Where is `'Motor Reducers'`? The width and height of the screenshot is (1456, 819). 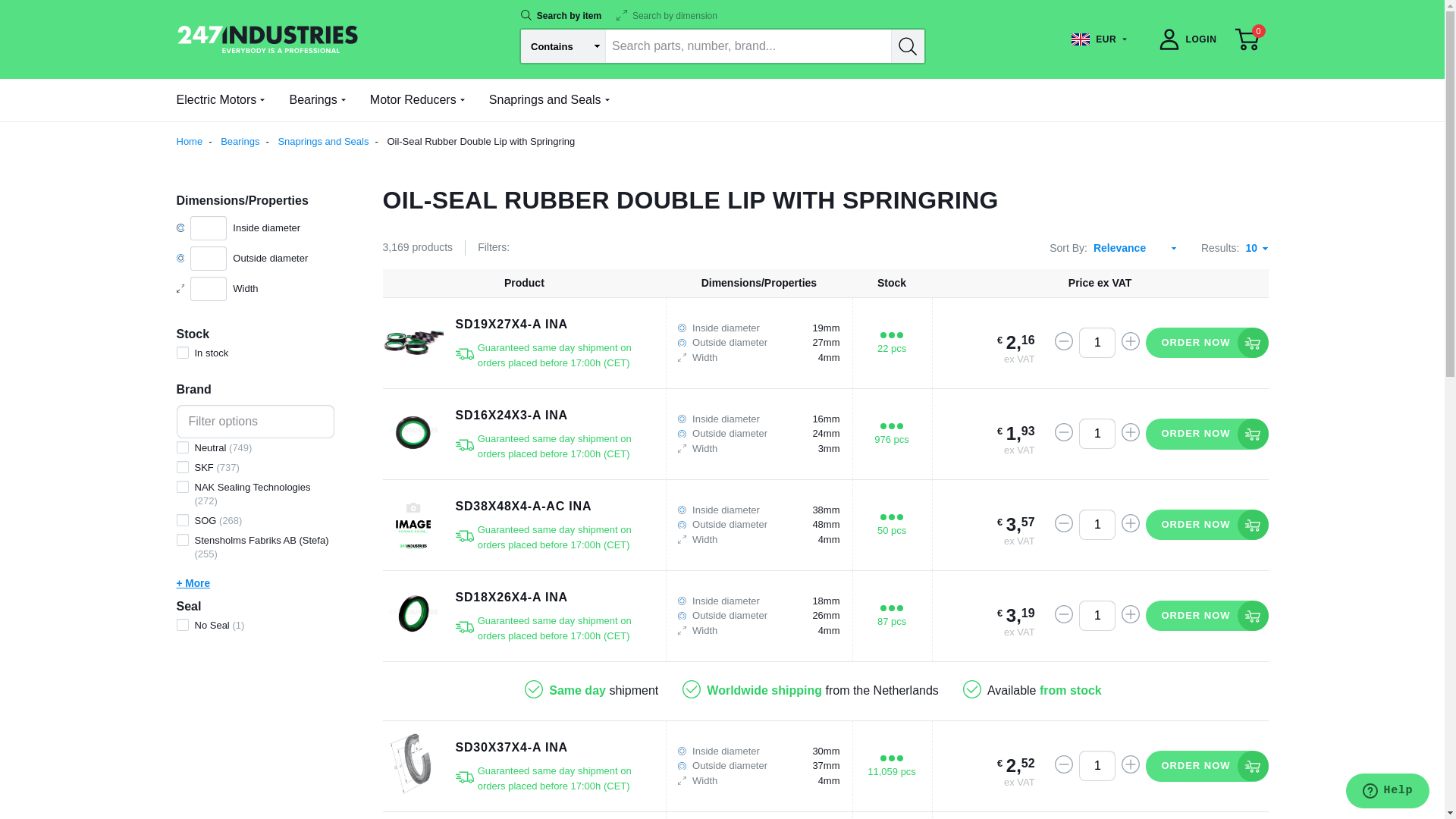 'Motor Reducers' is located at coordinates (417, 99).